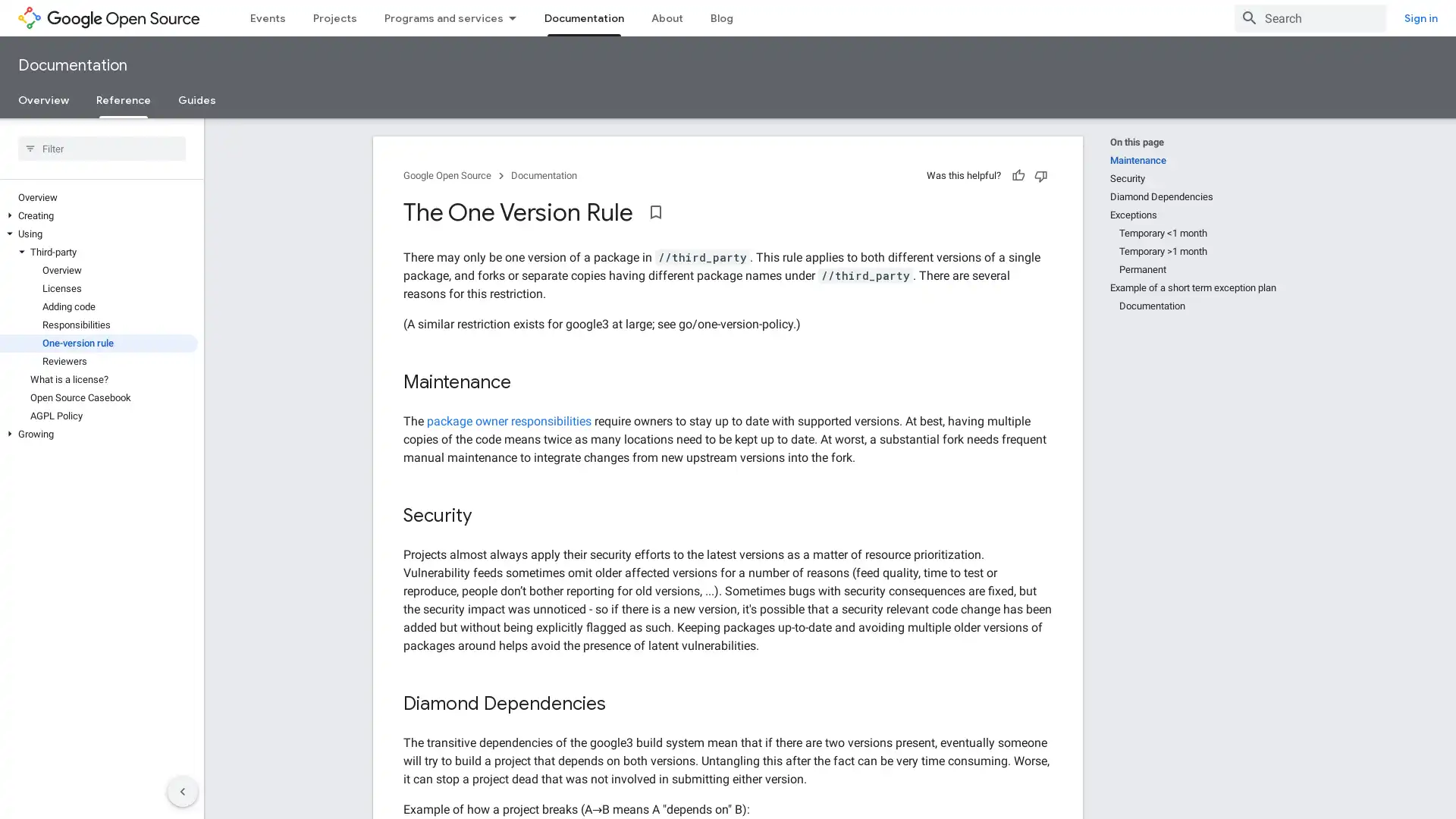 The height and width of the screenshot is (819, 1456). What do you see at coordinates (488, 516) in the screenshot?
I see `Copy link to this section: Security` at bounding box center [488, 516].